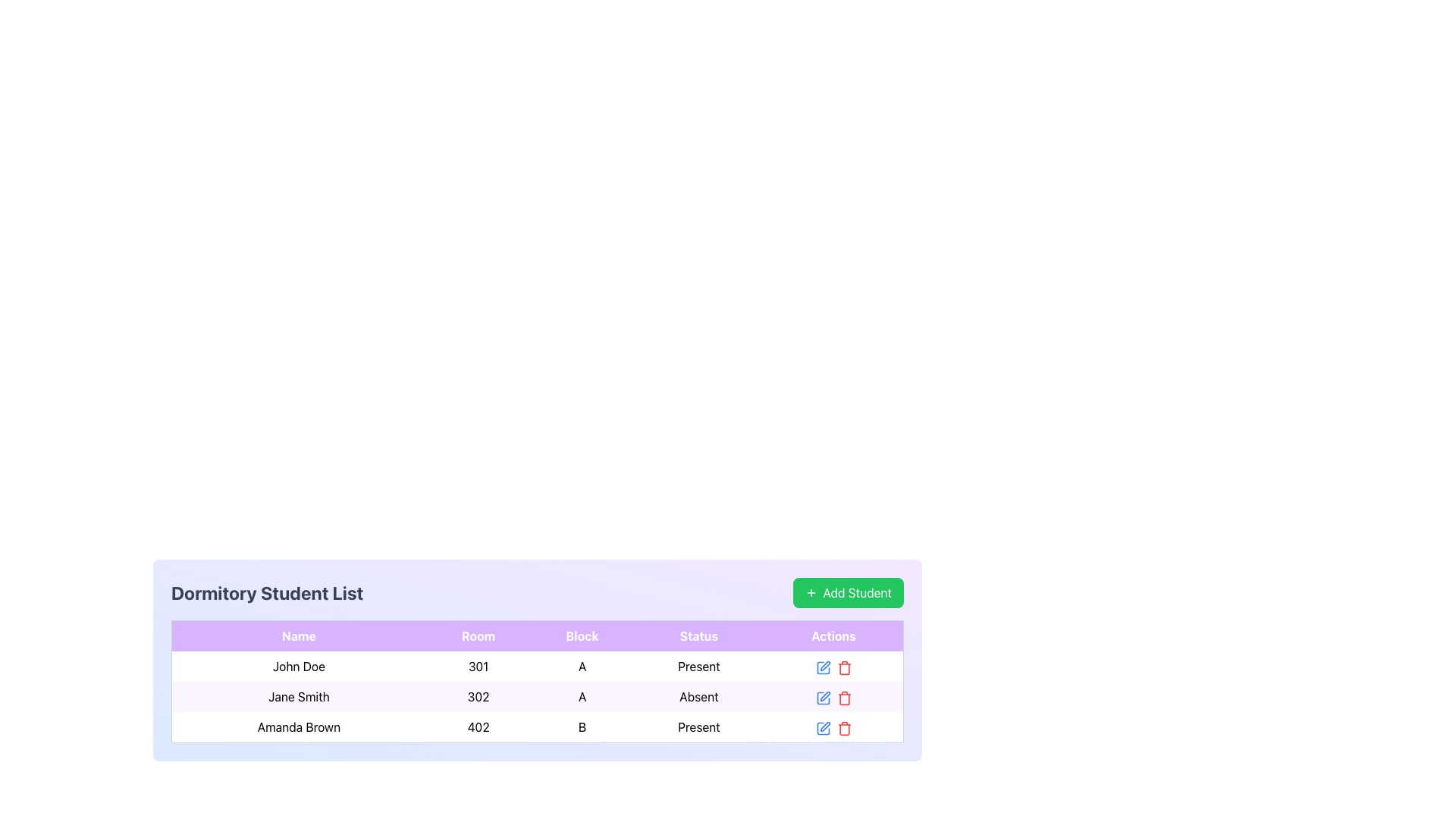  Describe the element at coordinates (582, 696) in the screenshot. I see `the text label representing the block assignment for the student 'Jane Smith', located in the third column labeled 'Block' and the second row` at that location.